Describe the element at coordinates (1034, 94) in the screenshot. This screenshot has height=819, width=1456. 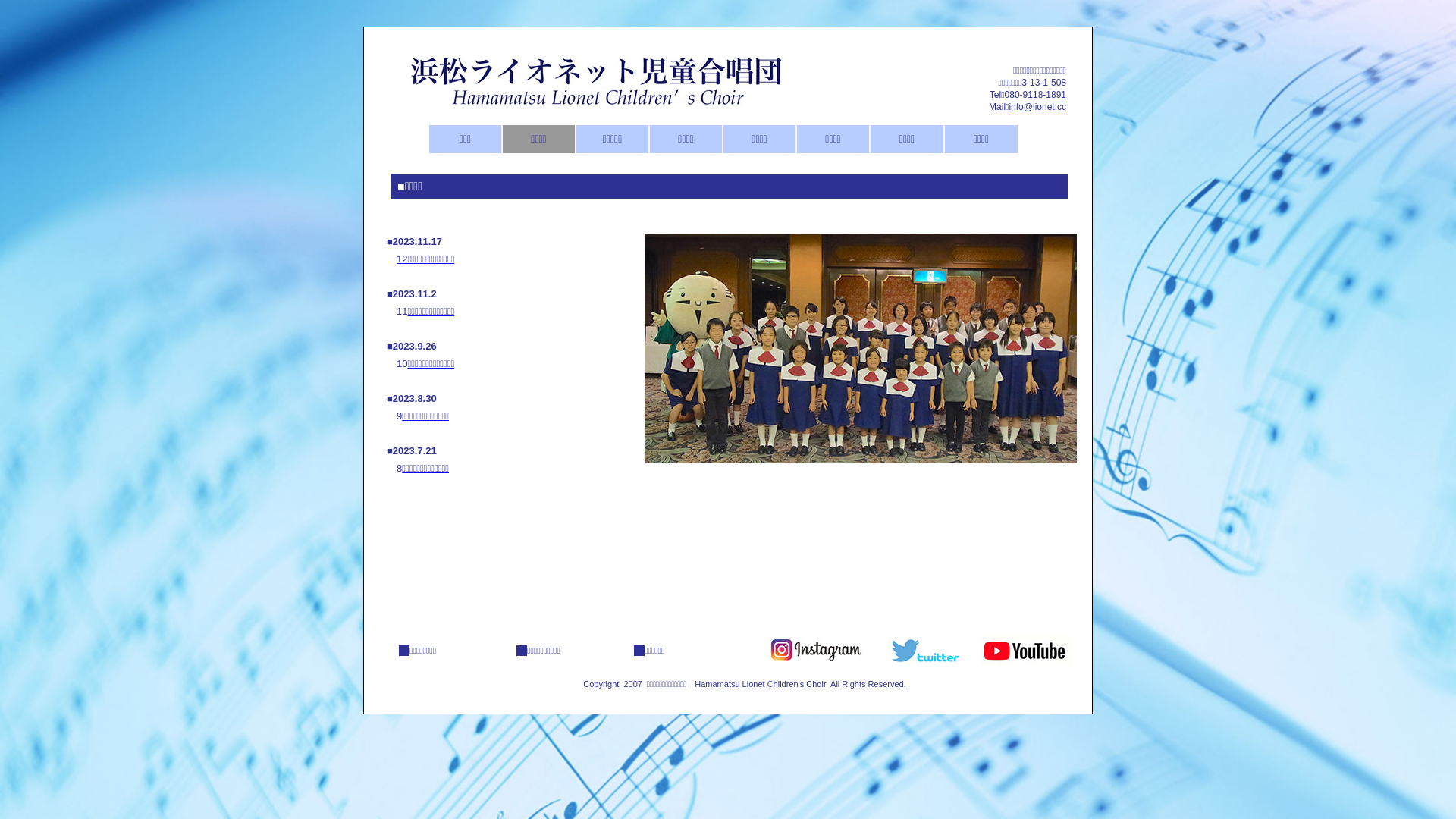
I see `'080-9118-1891'` at that location.